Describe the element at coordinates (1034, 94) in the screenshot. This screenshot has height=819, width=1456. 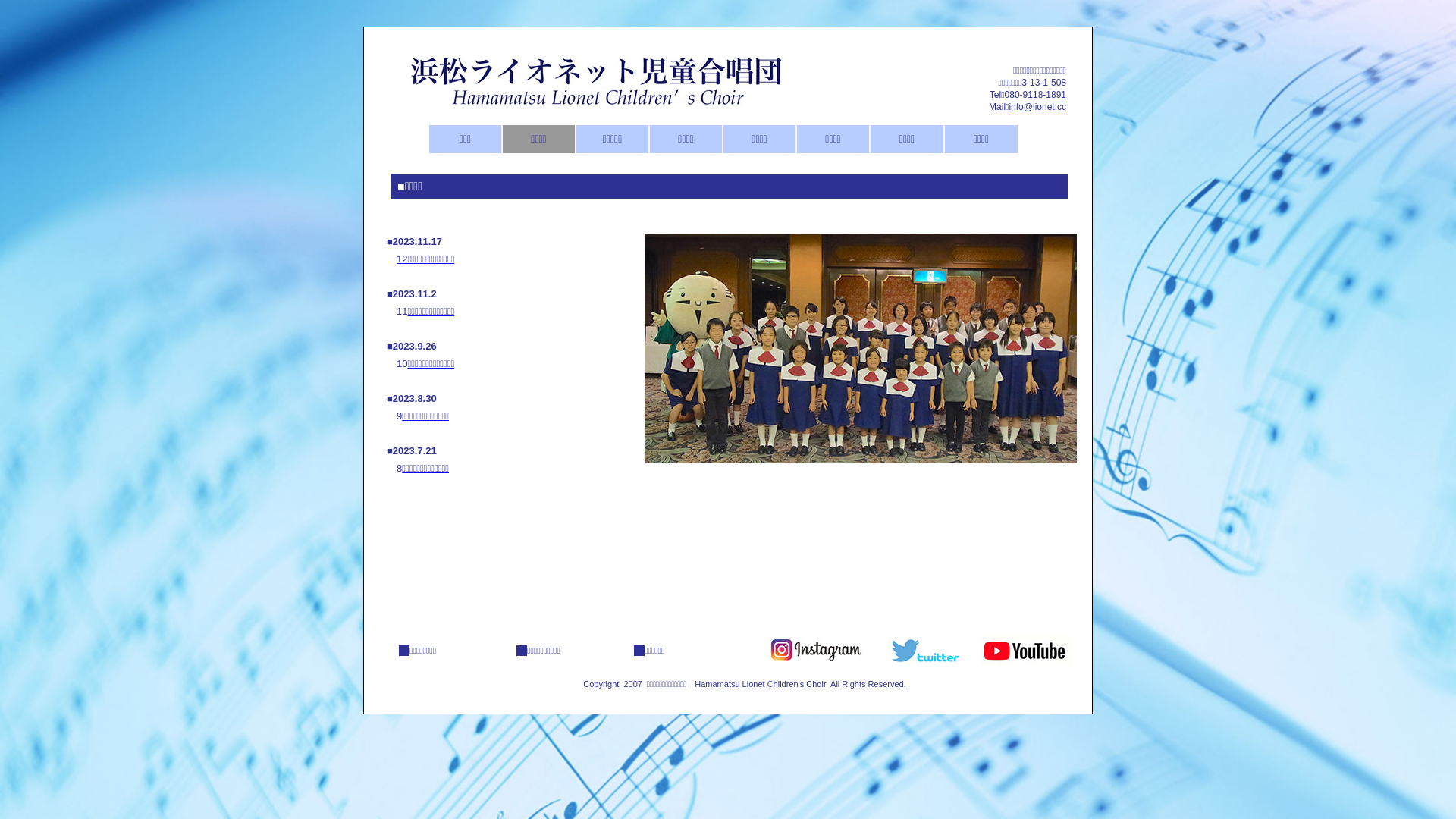
I see `'080-9118-1891'` at that location.